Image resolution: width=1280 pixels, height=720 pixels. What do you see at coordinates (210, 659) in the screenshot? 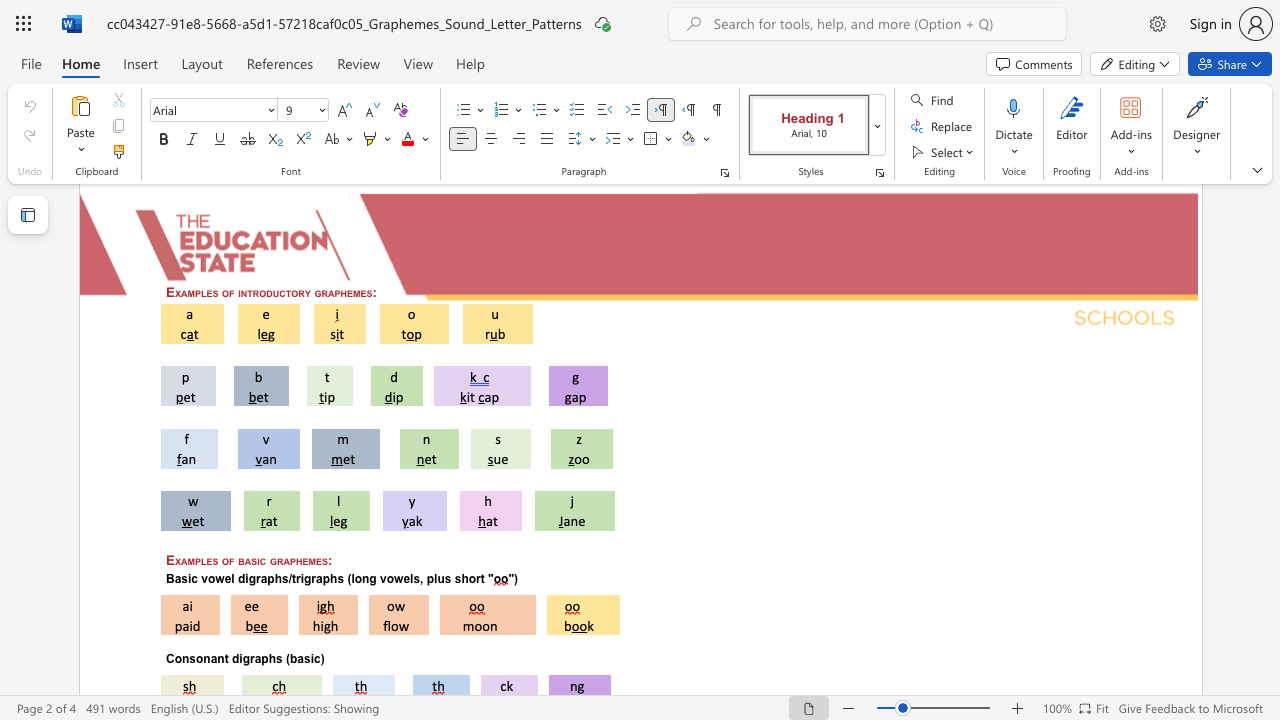
I see `the subset text "ant digraphs (basic" within the text "Consonant digraphs (basic)"` at bounding box center [210, 659].